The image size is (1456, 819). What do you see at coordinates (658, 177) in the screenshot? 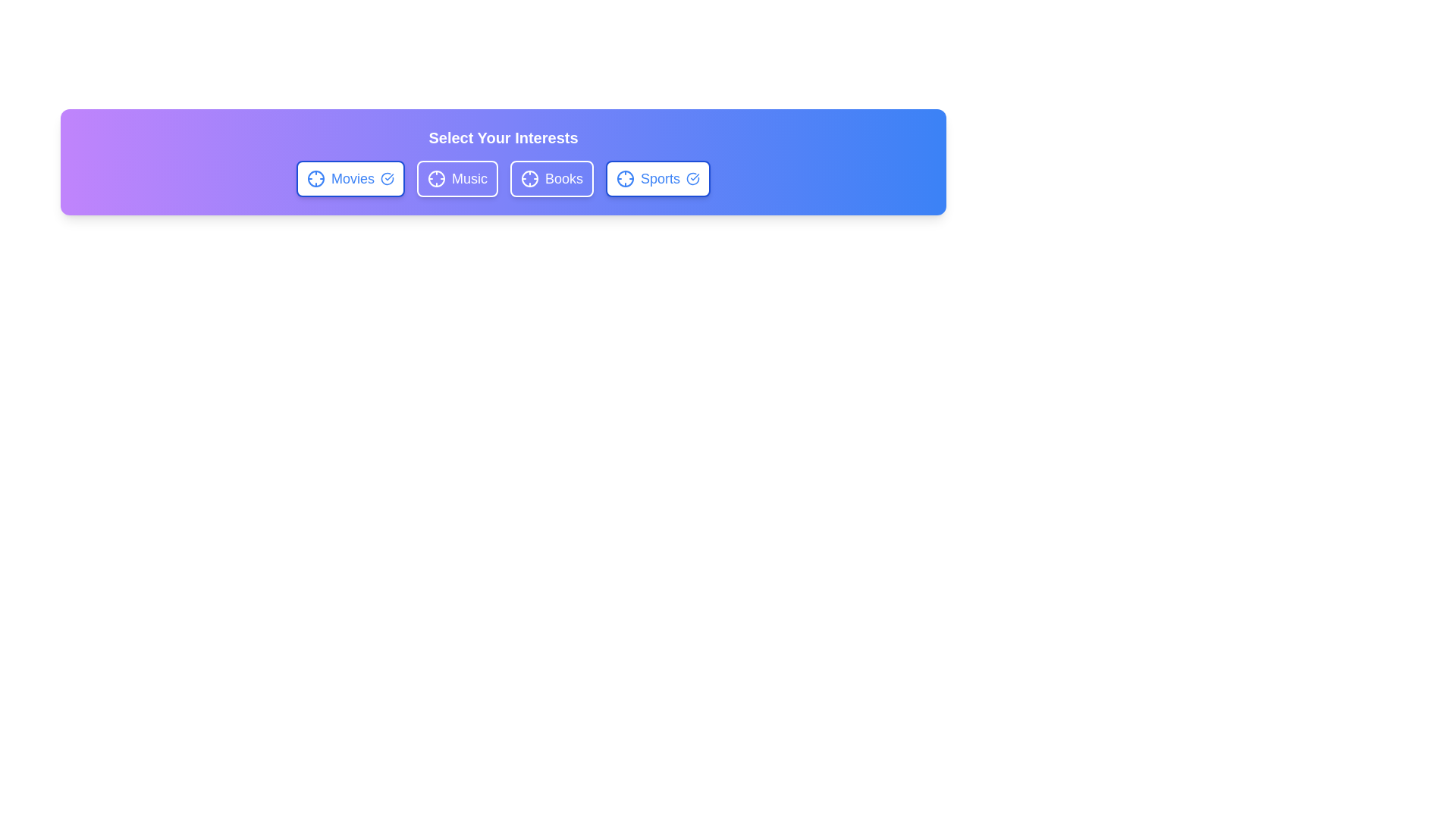
I see `the 'Sports' chip to toggle its state` at bounding box center [658, 177].